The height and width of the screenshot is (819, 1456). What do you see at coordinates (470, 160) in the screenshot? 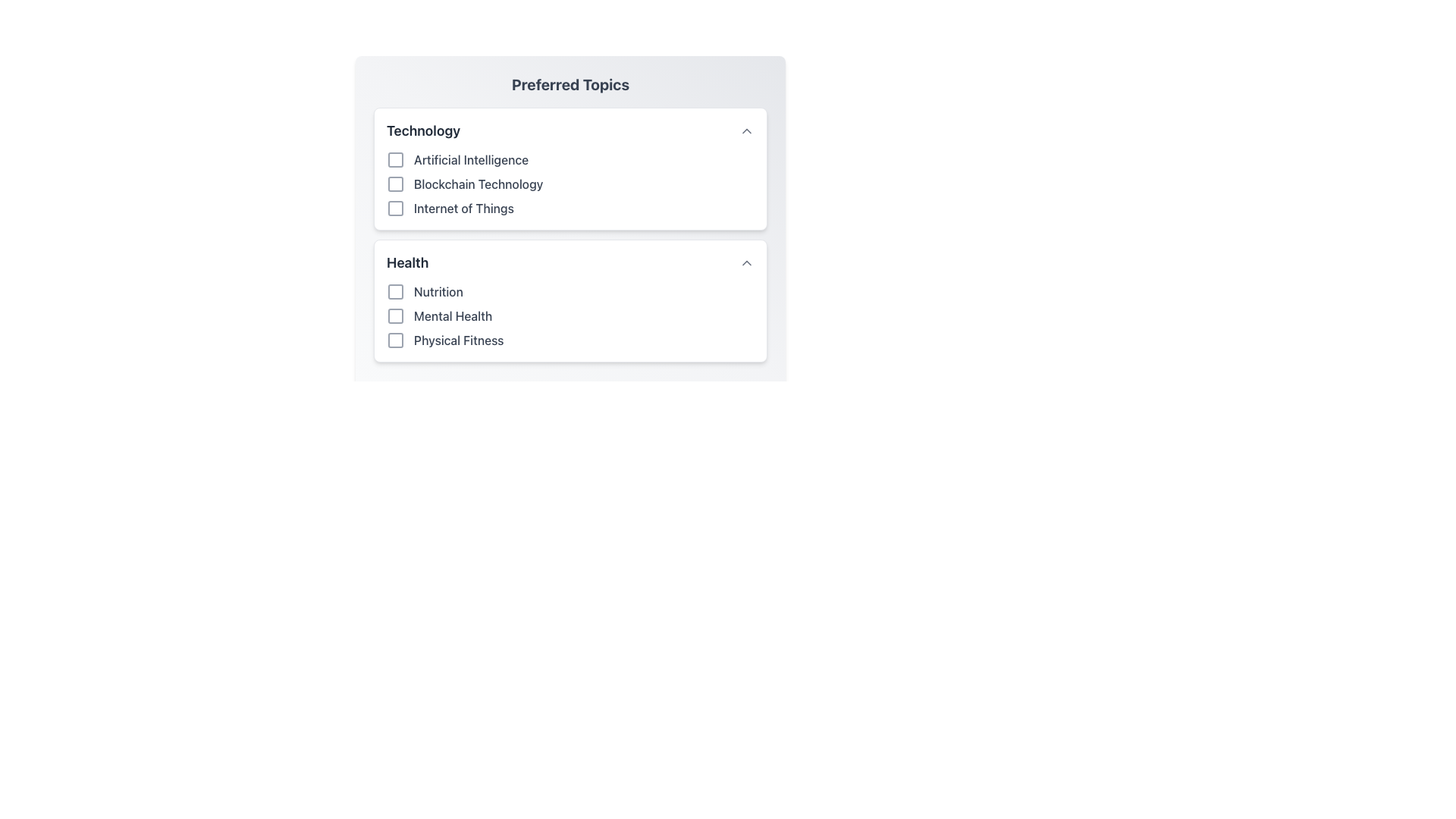
I see `the text label displaying 'Artificial Intelligence' in the 'Preferred Topics' panel within the 'Technology' section` at bounding box center [470, 160].